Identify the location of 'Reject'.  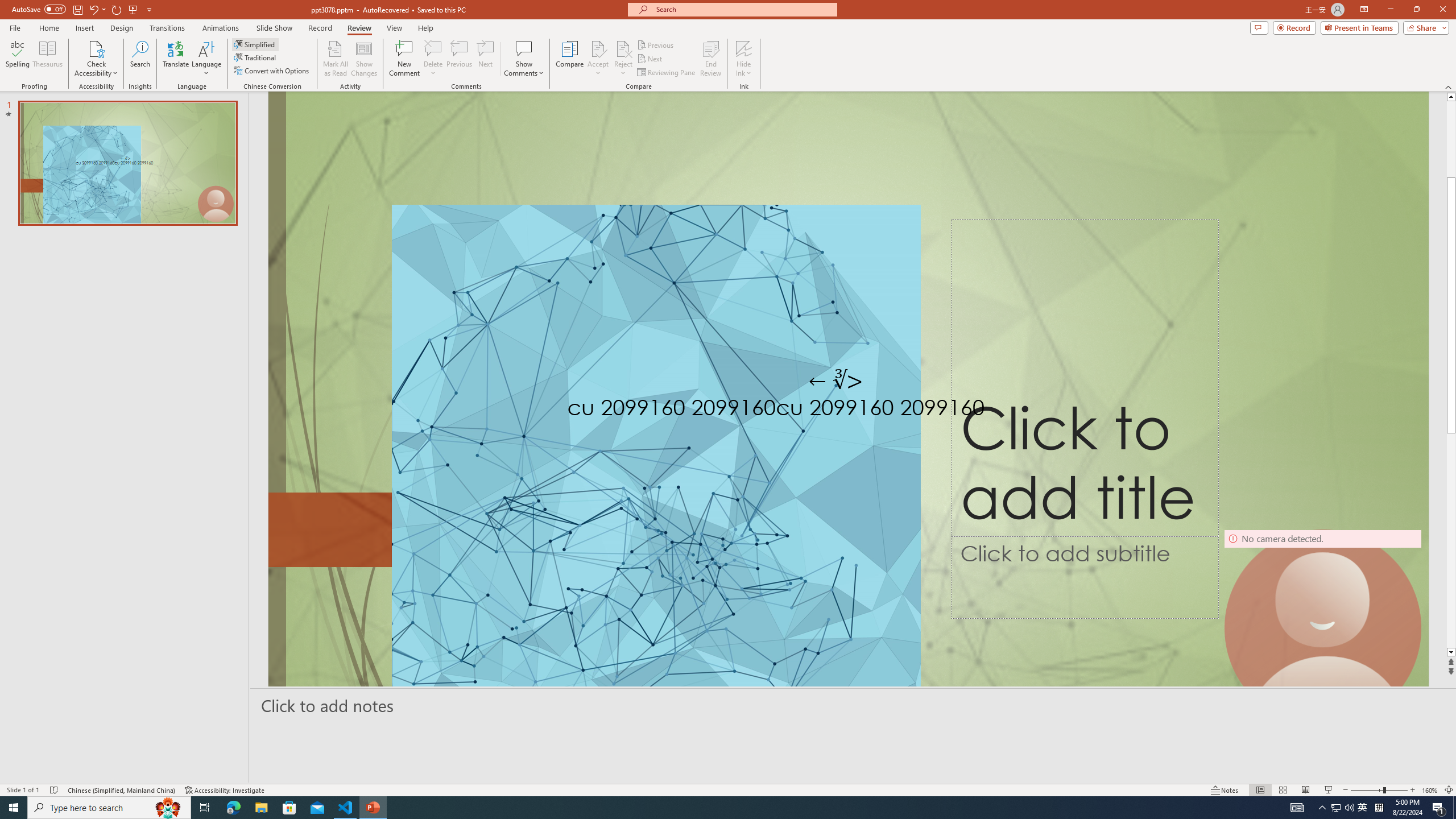
(622, 59).